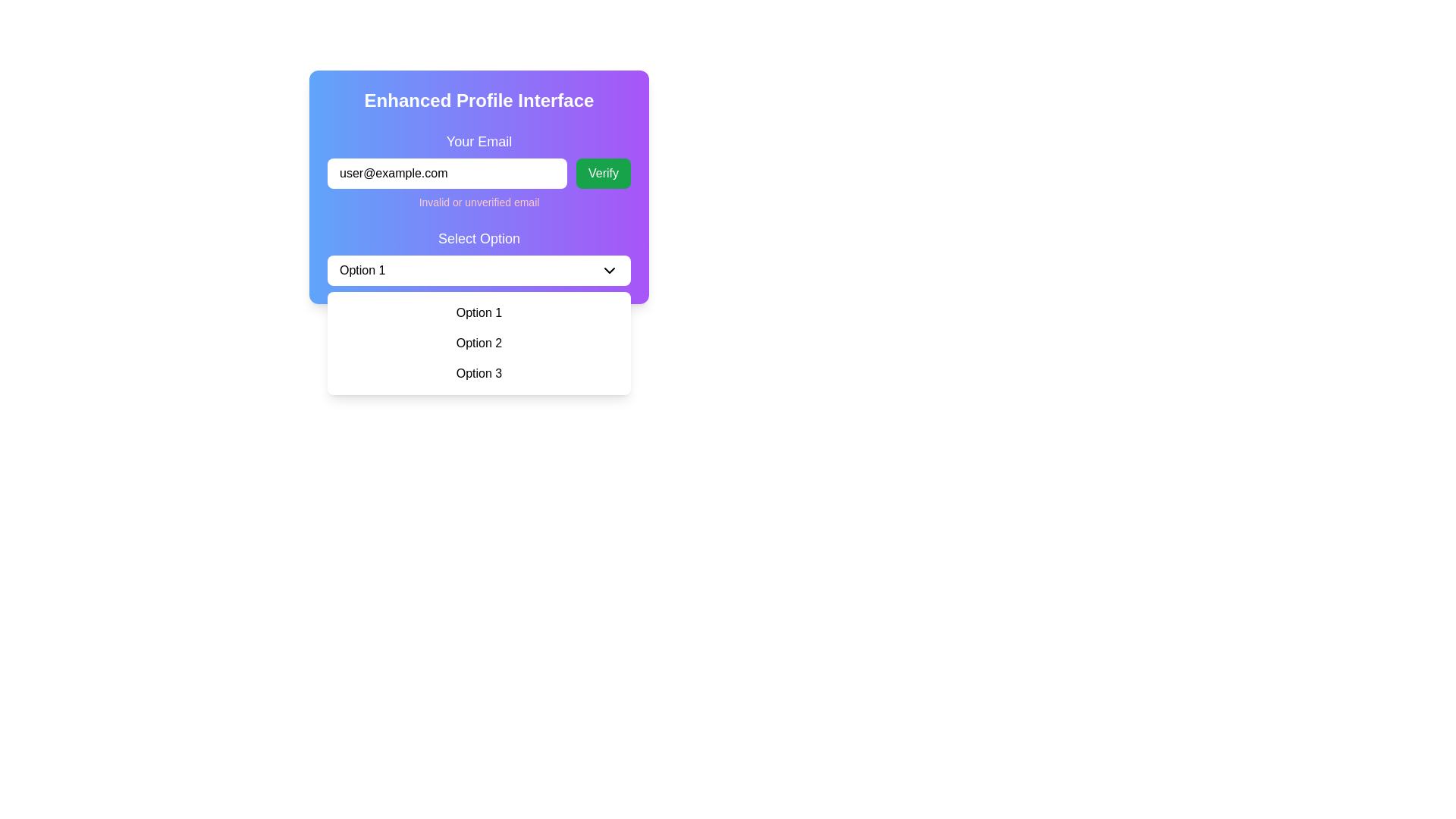 This screenshot has height=819, width=1456. Describe the element at coordinates (479, 100) in the screenshot. I see `the static text label displaying 'Enhanced Profile Interface', which is styled in a large, bold font and located at the top of the interface` at that location.